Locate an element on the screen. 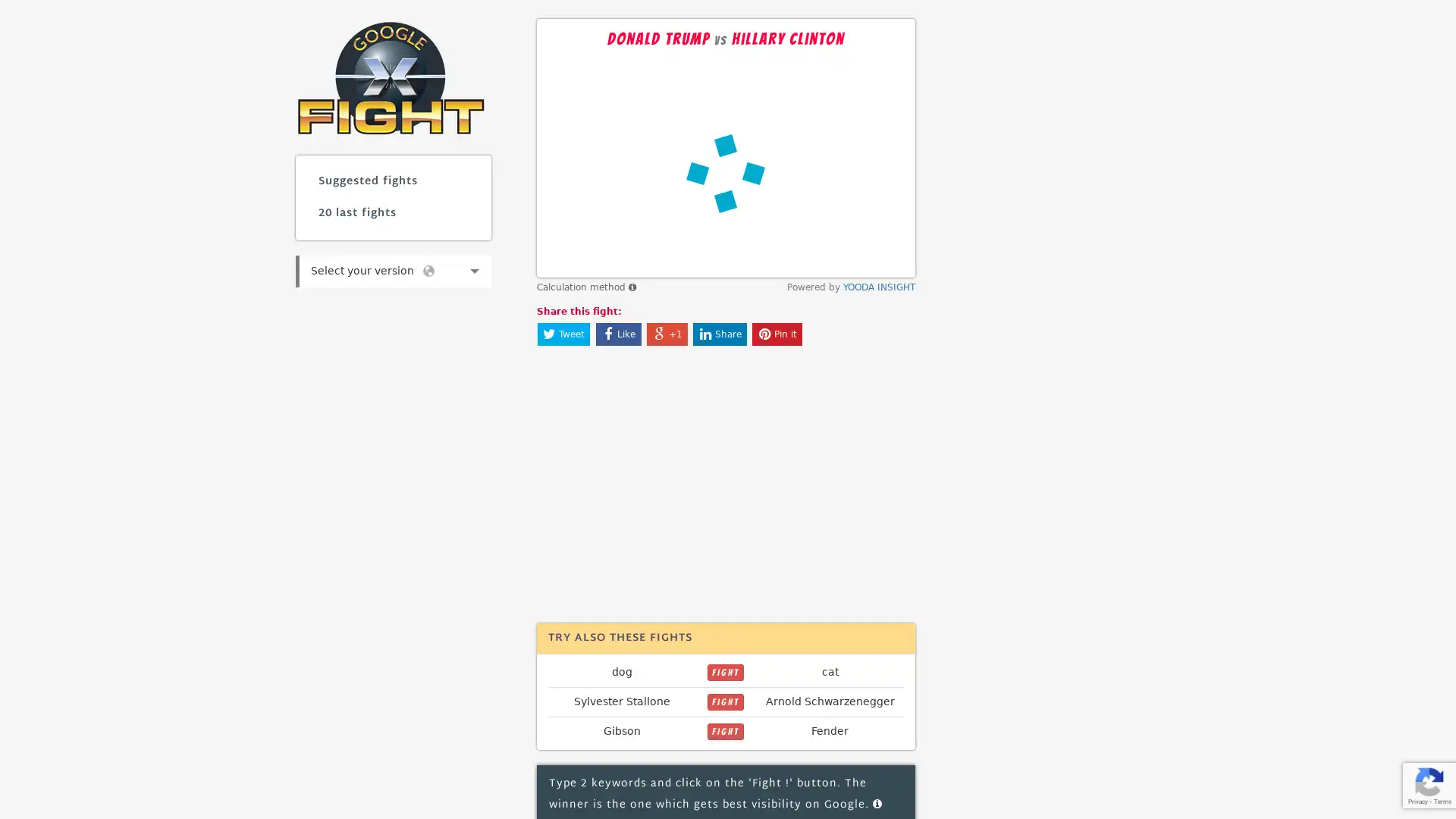 This screenshot has width=1456, height=819. FIGHT is located at coordinates (724, 701).